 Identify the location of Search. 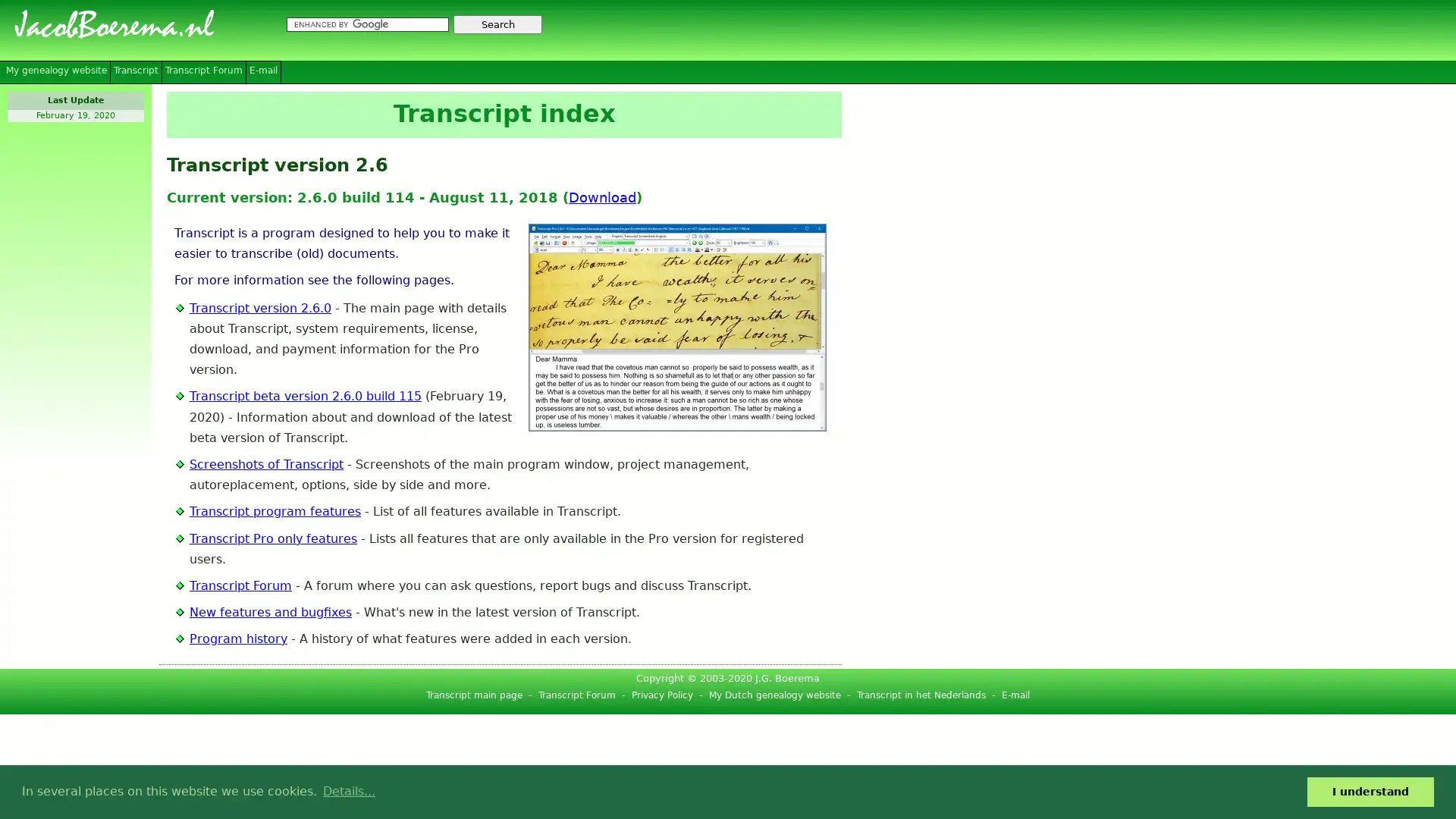
(497, 24).